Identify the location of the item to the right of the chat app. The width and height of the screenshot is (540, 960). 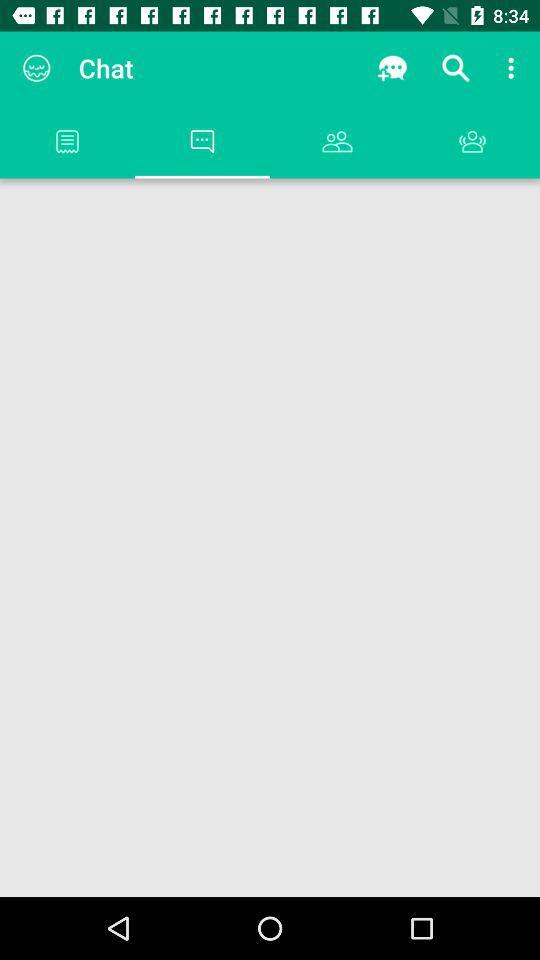
(393, 68).